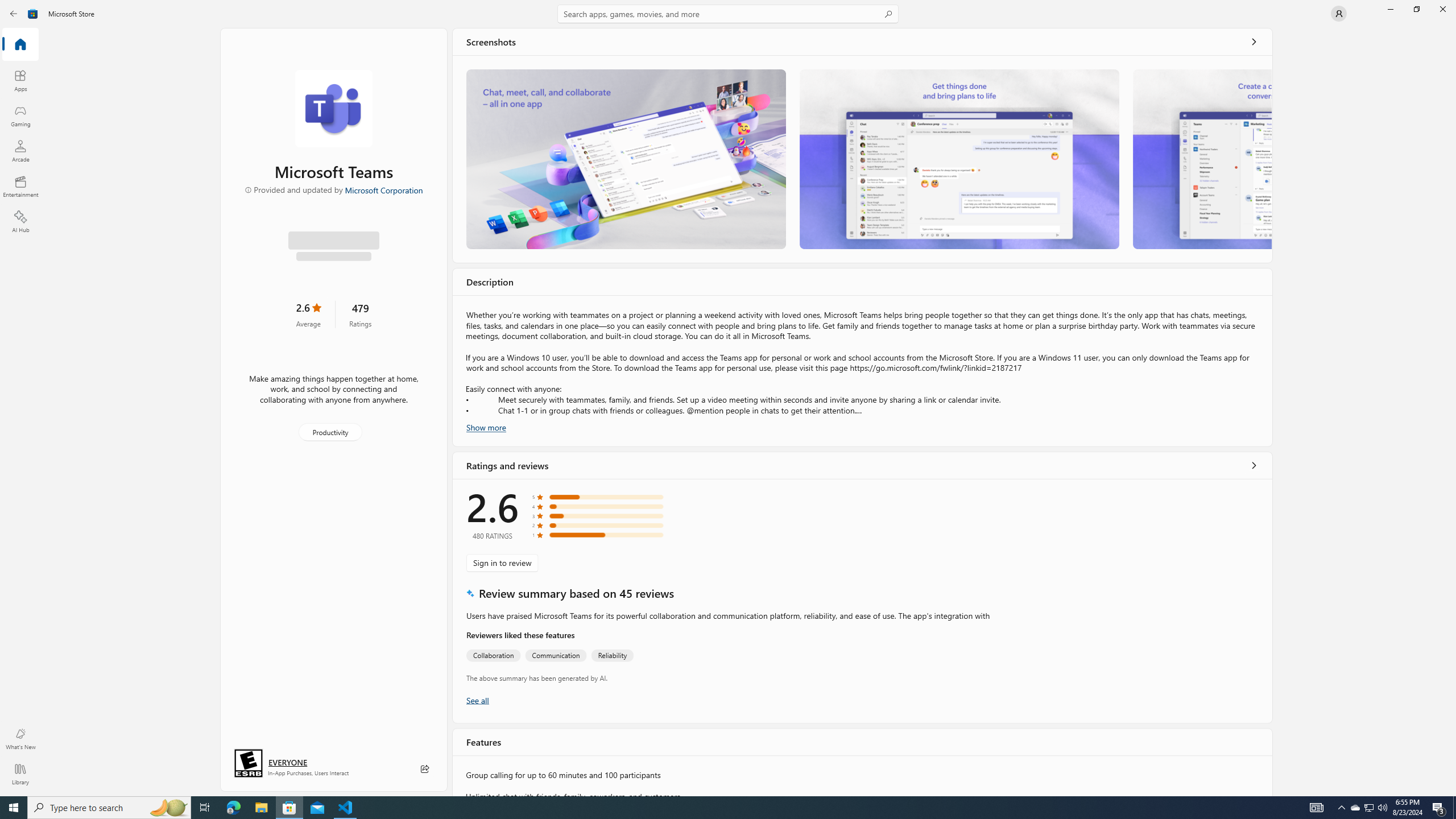  Describe the element at coordinates (1338, 13) in the screenshot. I see `'User profile'` at that location.